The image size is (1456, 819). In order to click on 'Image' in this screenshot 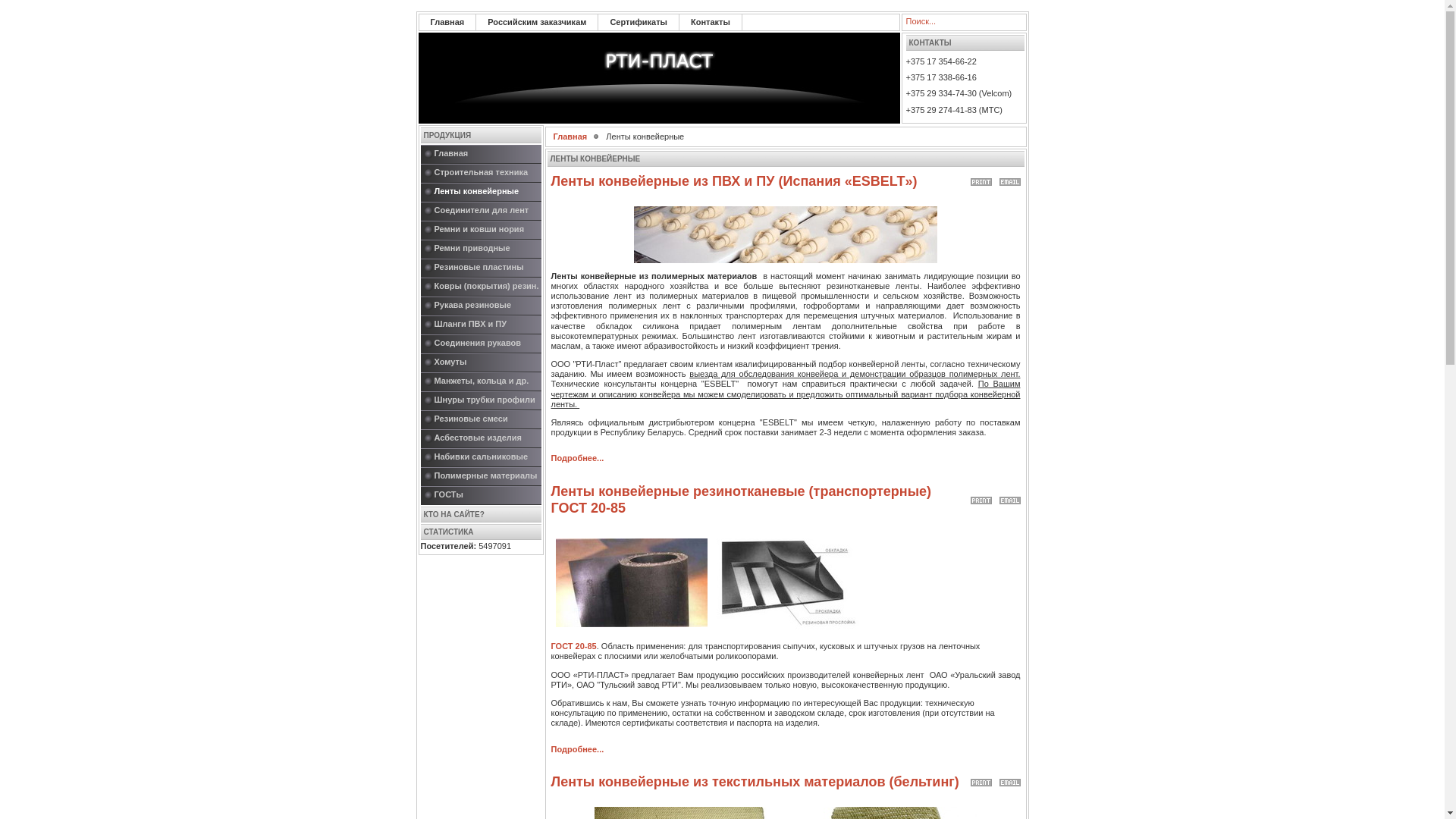, I will do `click(786, 234)`.